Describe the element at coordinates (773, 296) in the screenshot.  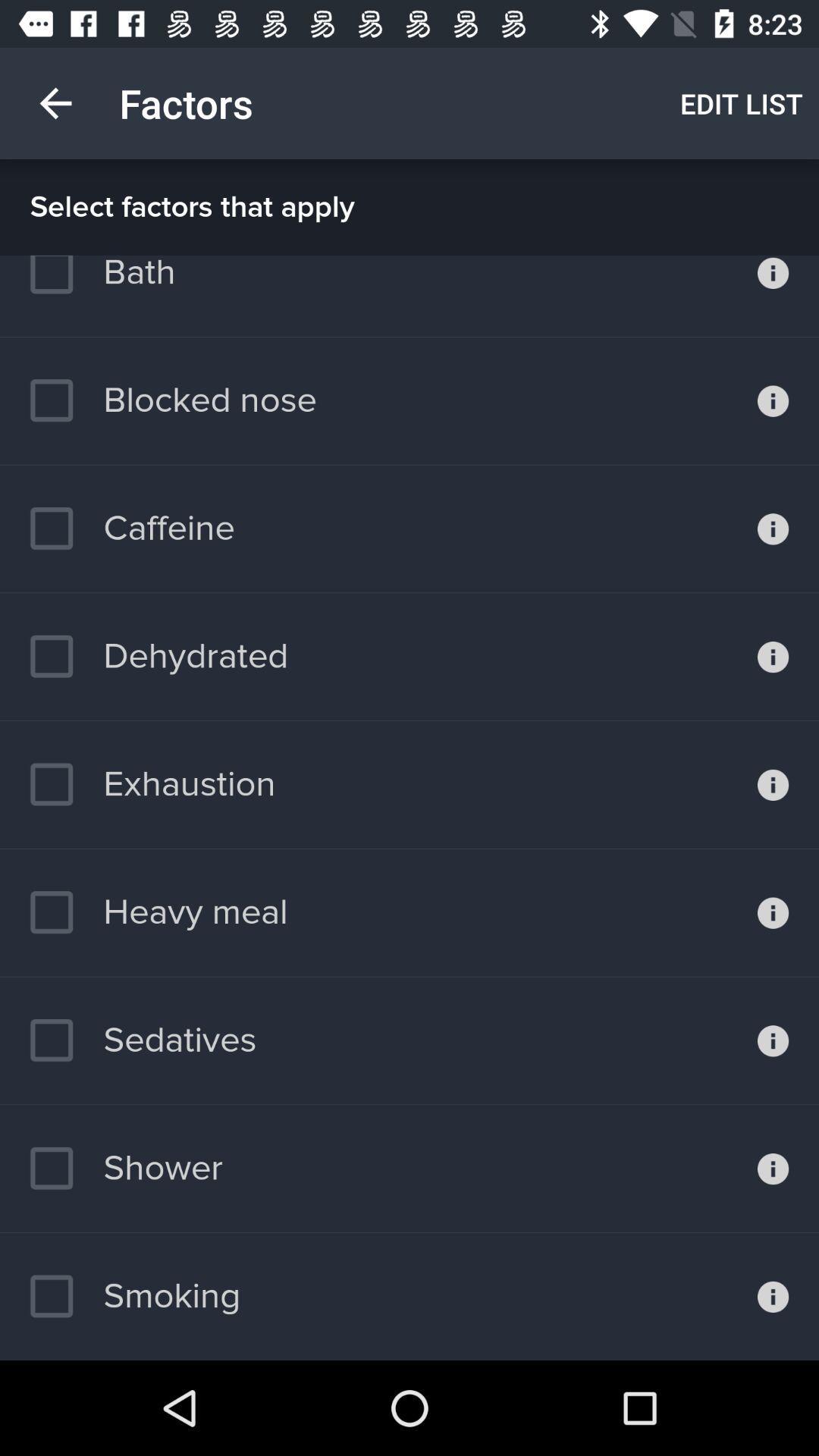
I see `information` at that location.